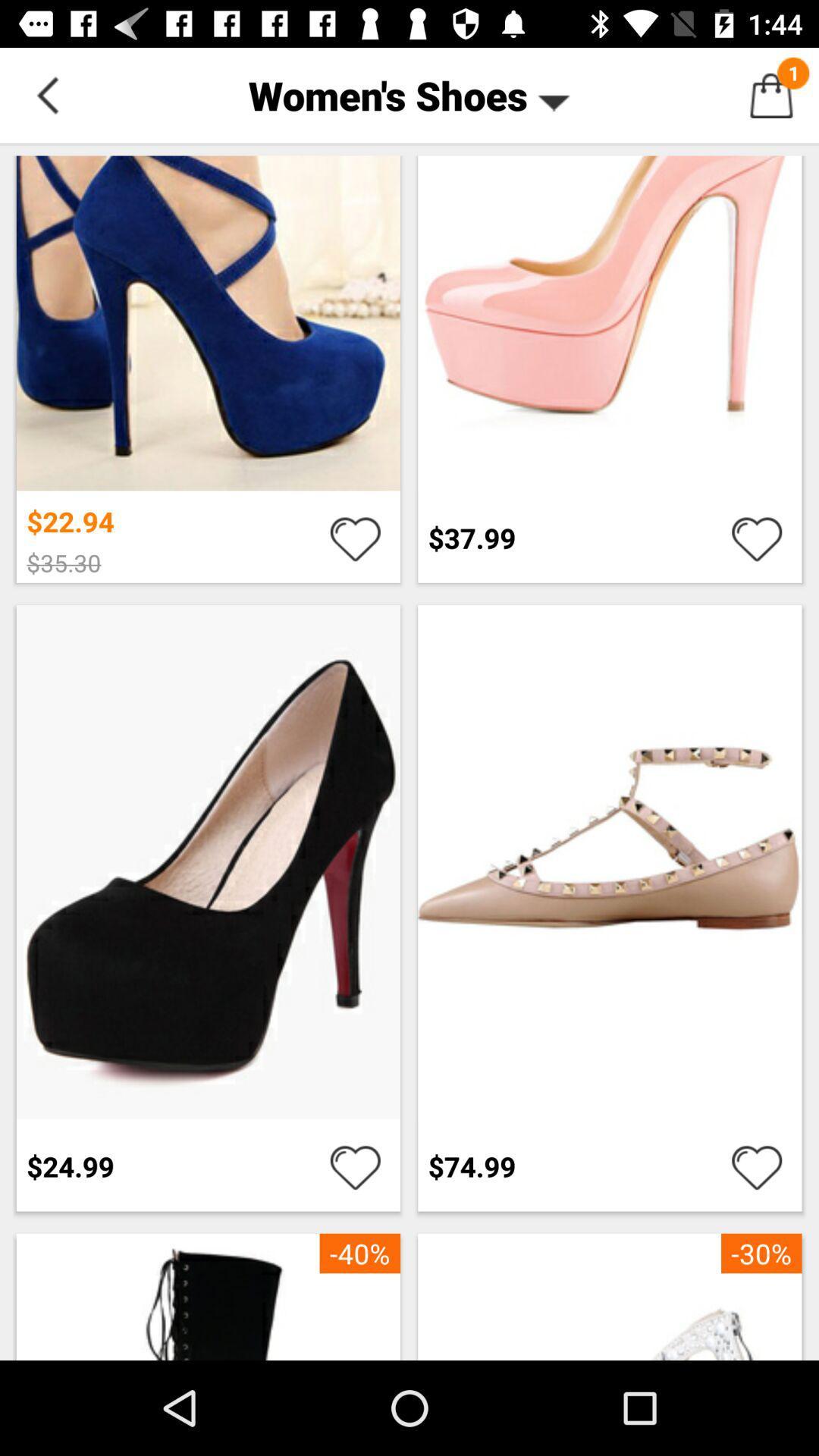 This screenshot has width=819, height=1456. What do you see at coordinates (757, 1166) in the screenshot?
I see `item to favorites` at bounding box center [757, 1166].